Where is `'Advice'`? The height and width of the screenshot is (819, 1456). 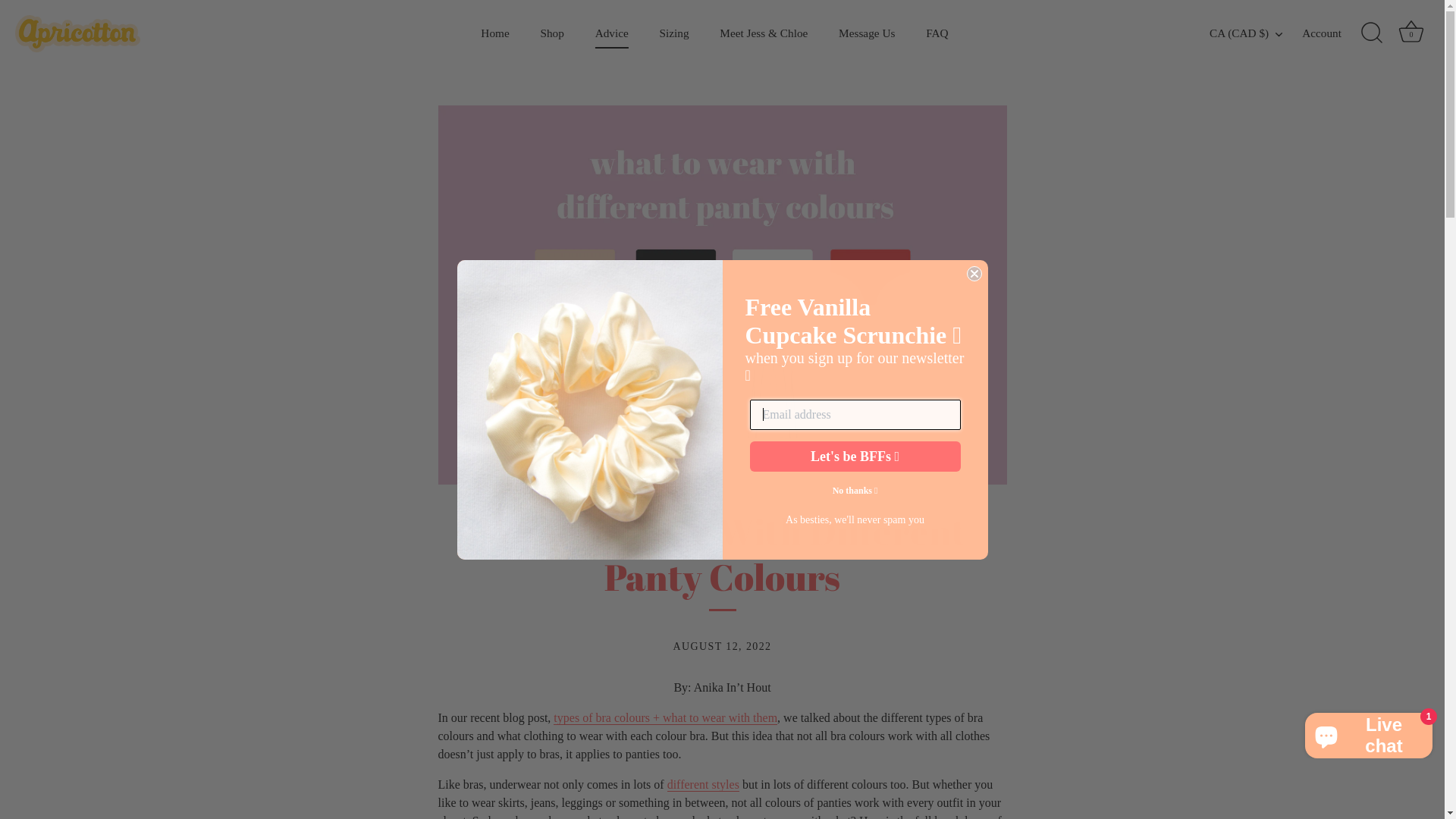 'Advice' is located at coordinates (611, 33).